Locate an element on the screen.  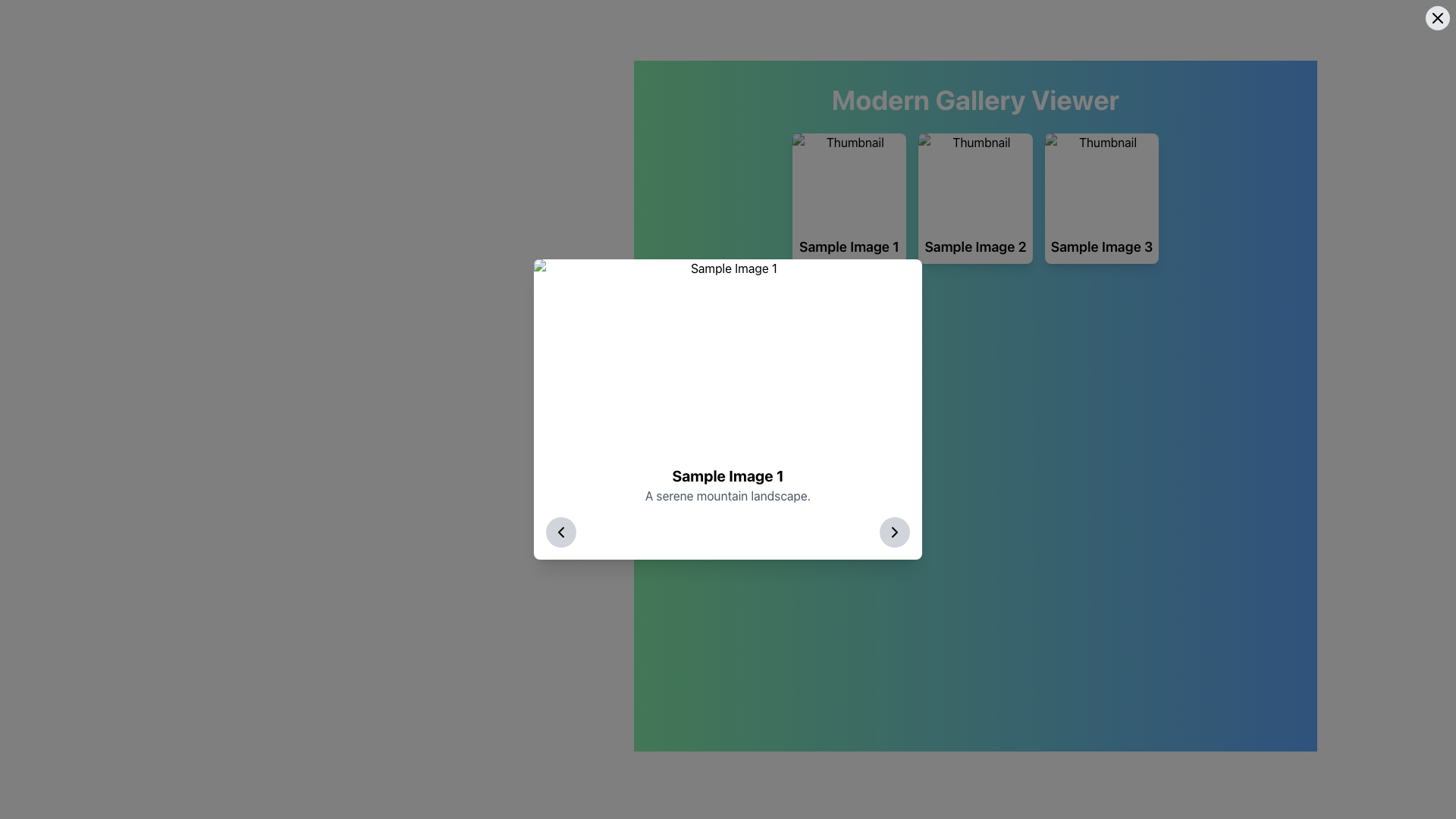
the rightward-facing chevron icon button, which is a black arrow on a gray circular background, located at the bottom-right corner of the white modal is located at coordinates (895, 532).